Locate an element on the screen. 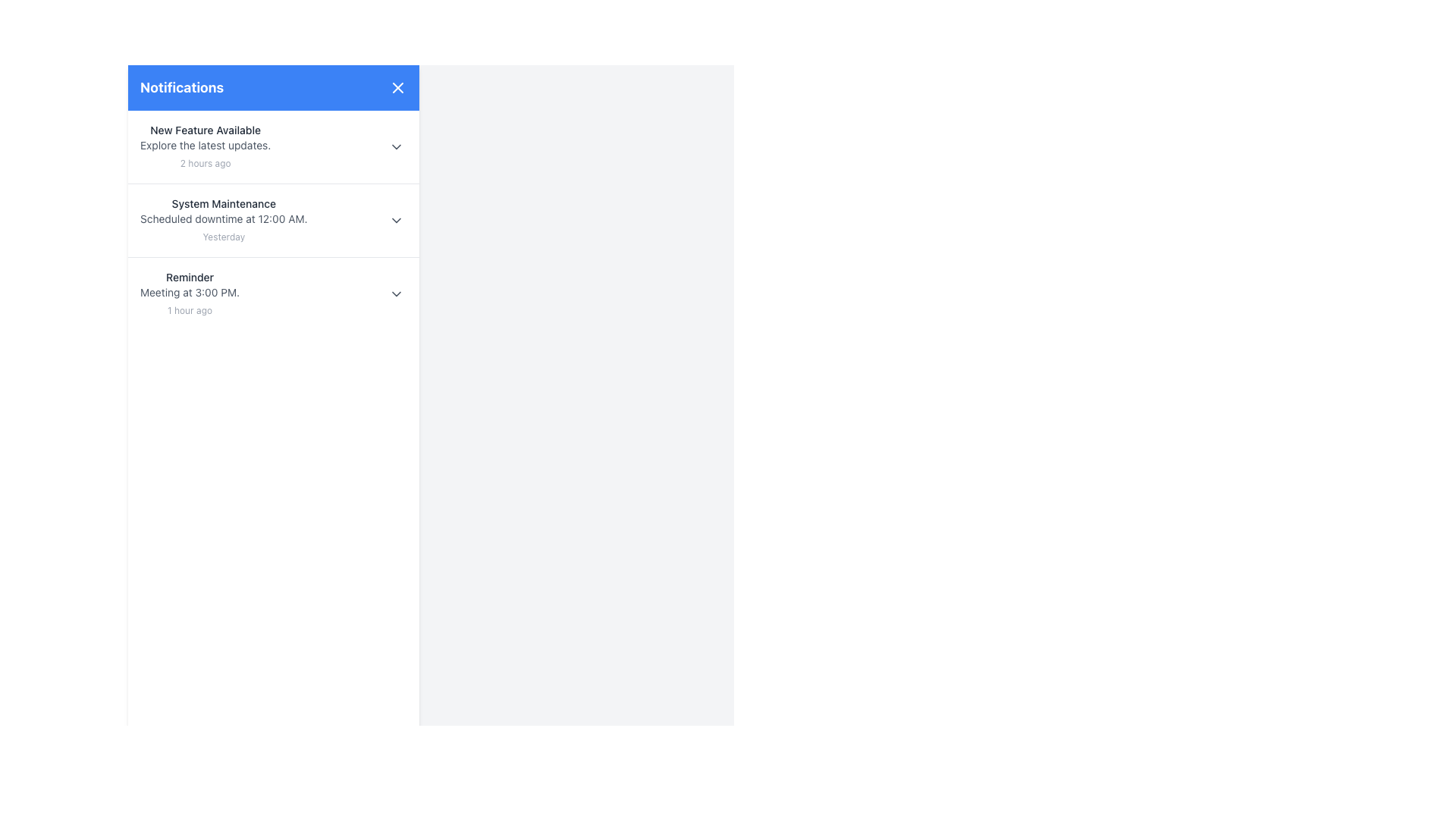  the close button located in the top-right corner of the blue 'Notifications' header is located at coordinates (397, 87).